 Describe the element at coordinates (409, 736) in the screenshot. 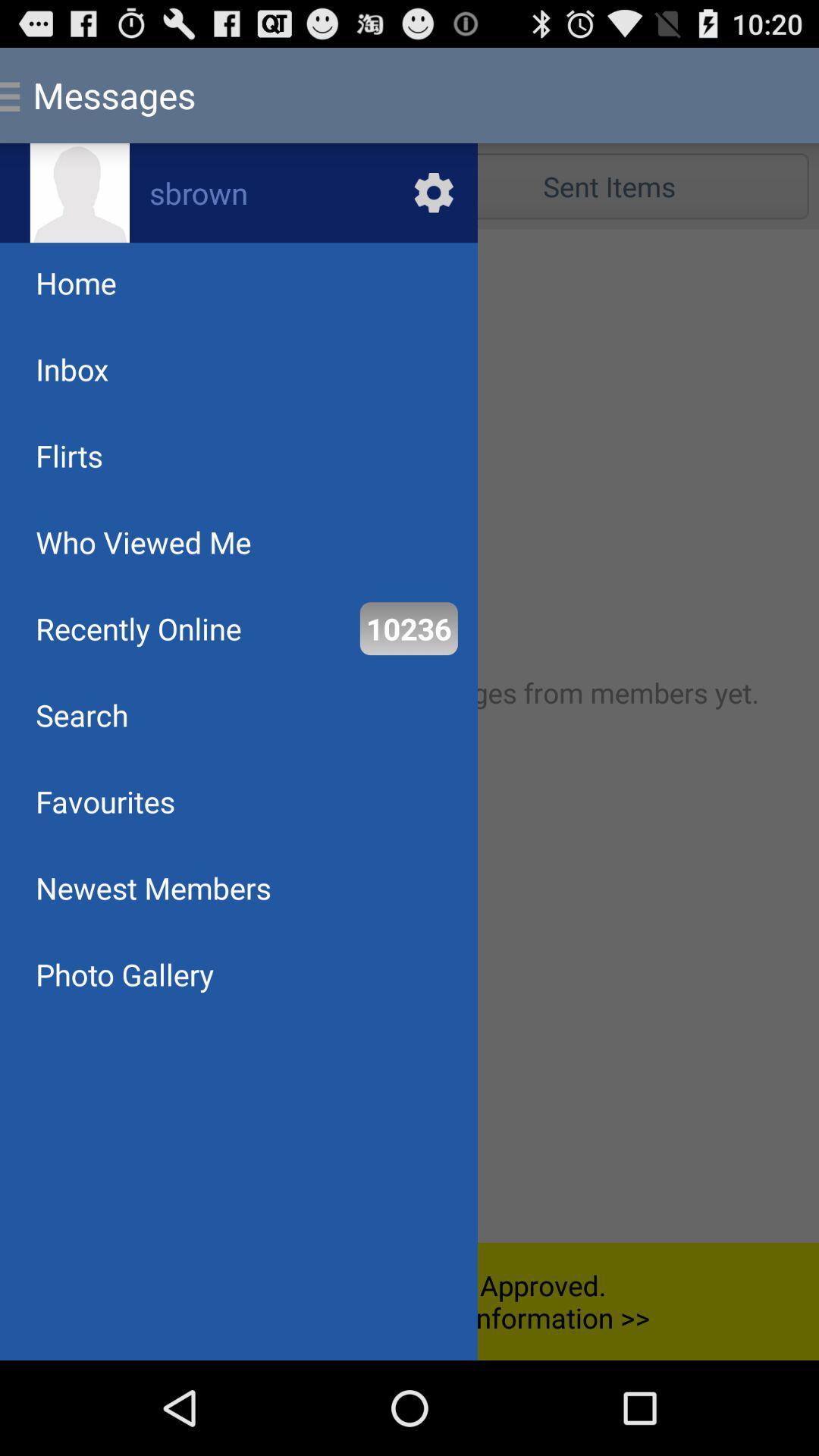

I see `menu bar` at that location.